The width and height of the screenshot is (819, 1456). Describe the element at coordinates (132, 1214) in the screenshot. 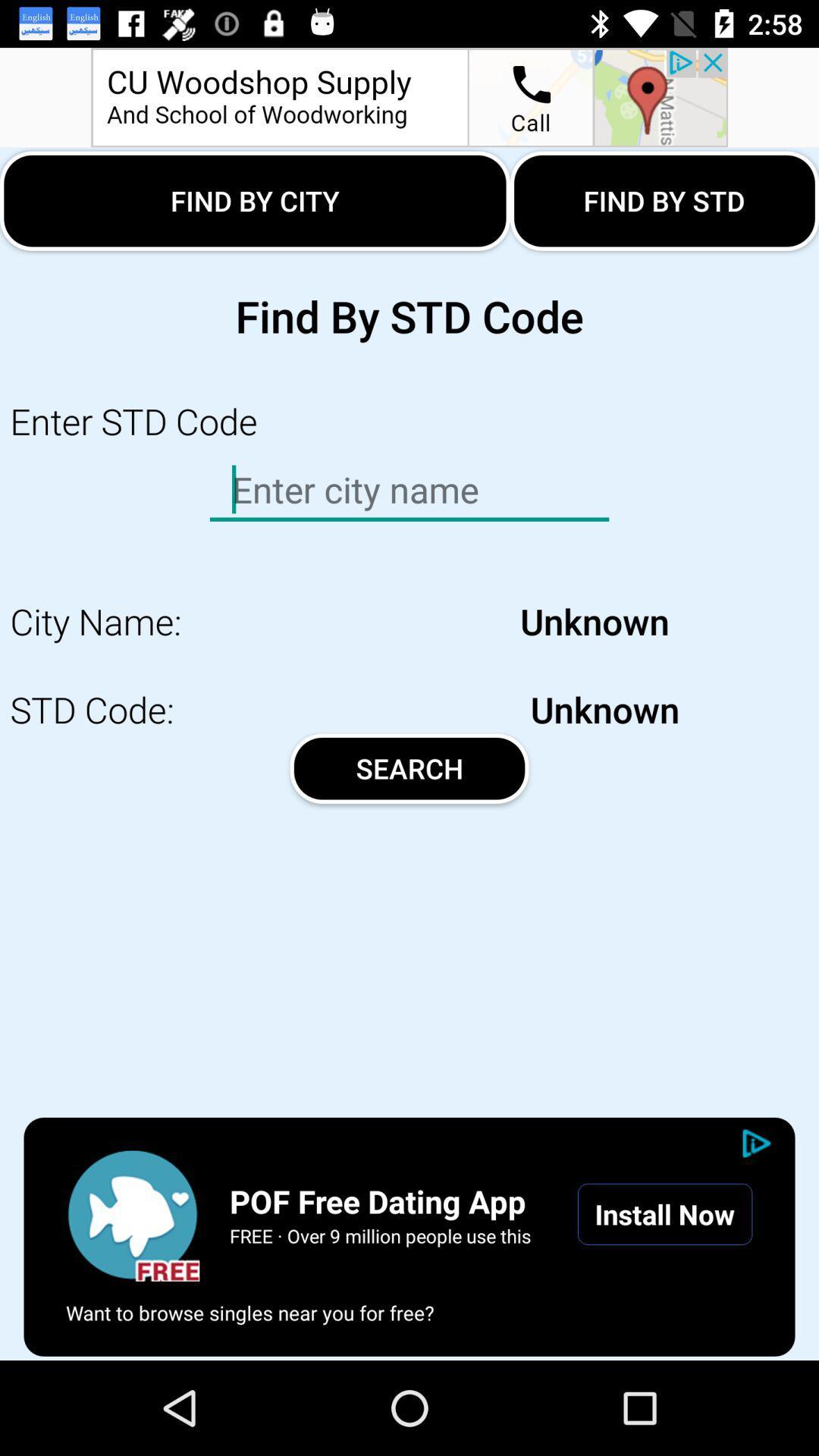

I see `logo` at that location.